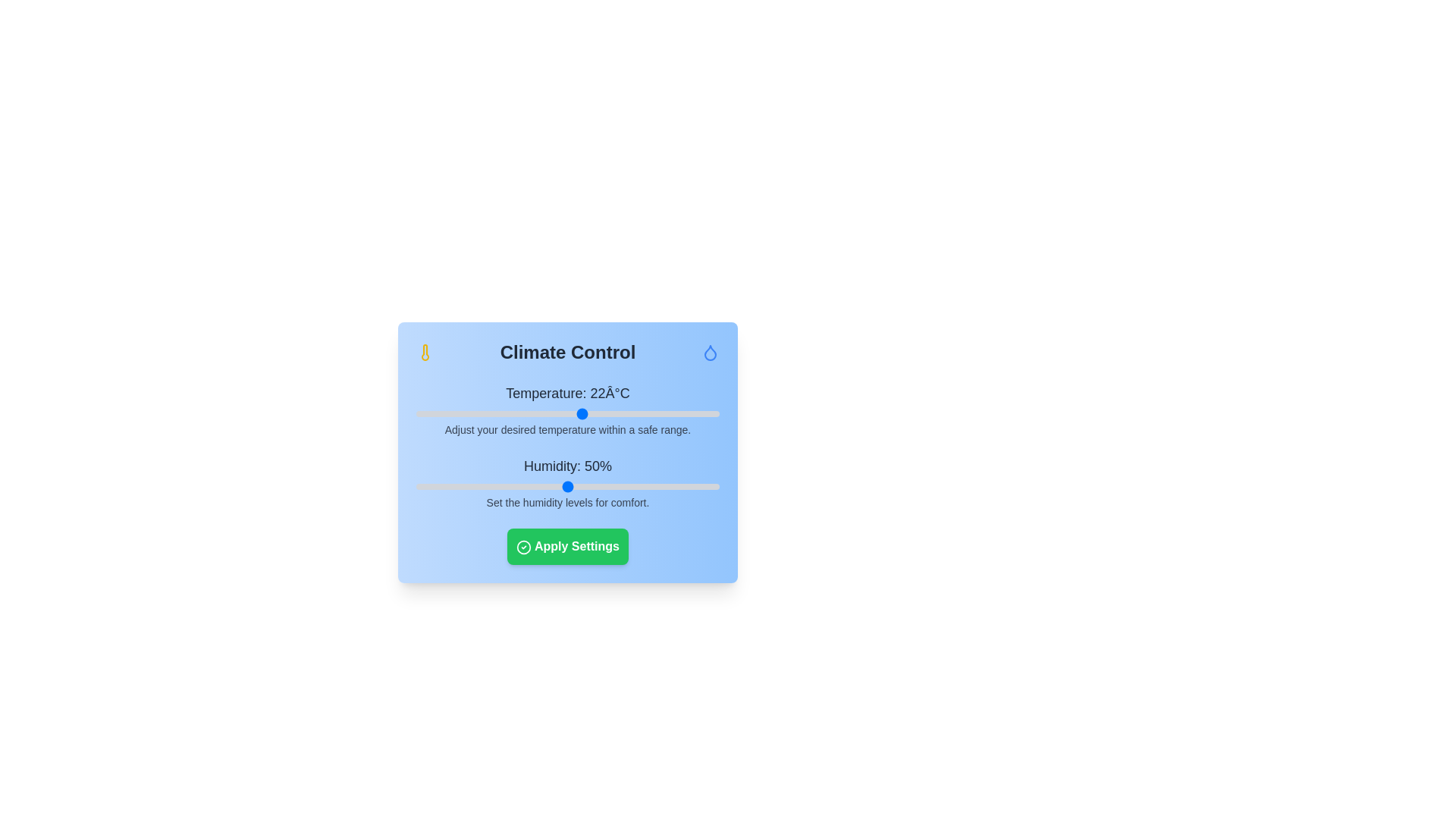 The width and height of the screenshot is (1456, 819). I want to click on the temperature, so click(597, 414).